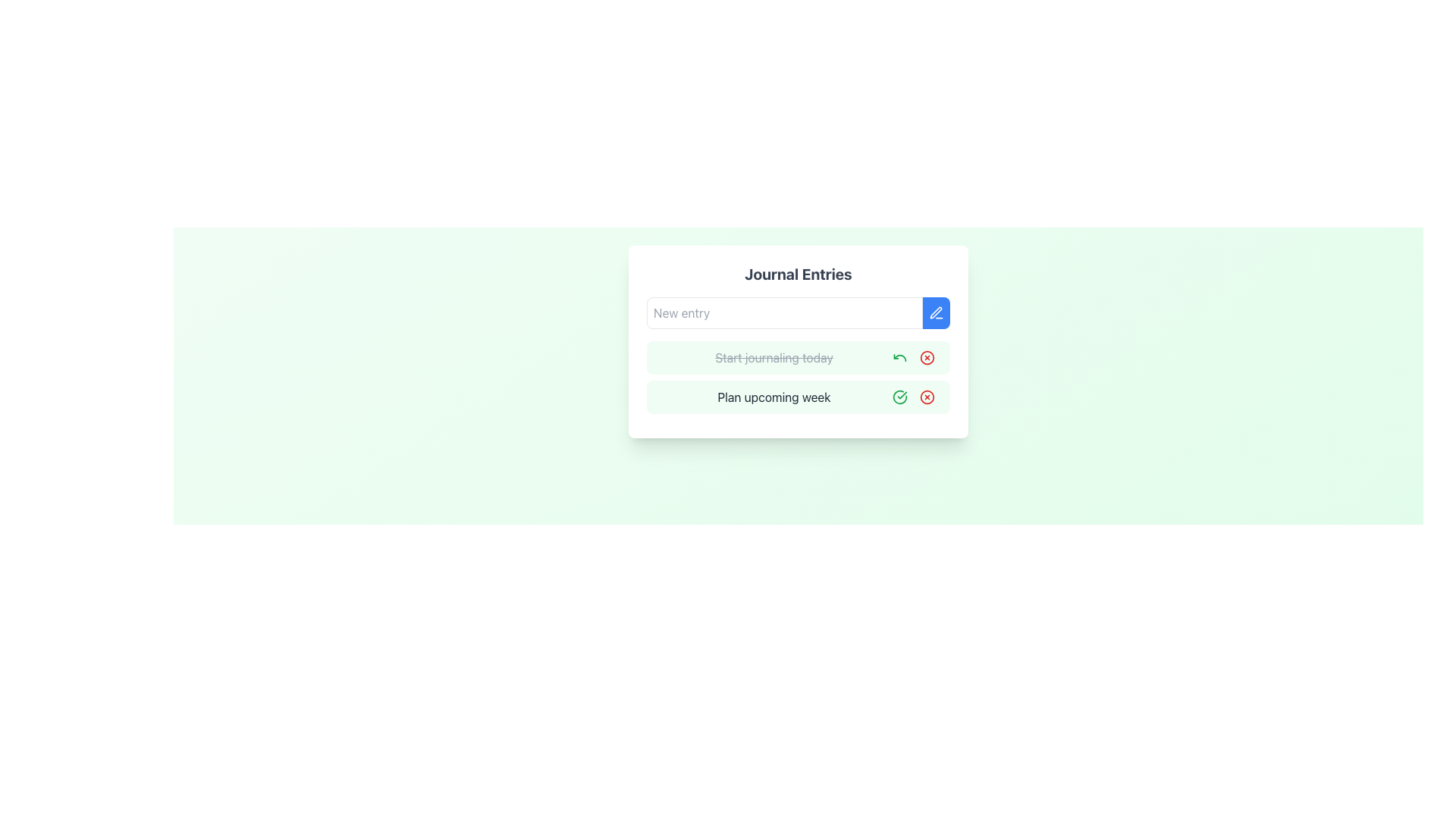  Describe the element at coordinates (797, 357) in the screenshot. I see `the completed journal task entry in the 'Journal Entries' section` at that location.